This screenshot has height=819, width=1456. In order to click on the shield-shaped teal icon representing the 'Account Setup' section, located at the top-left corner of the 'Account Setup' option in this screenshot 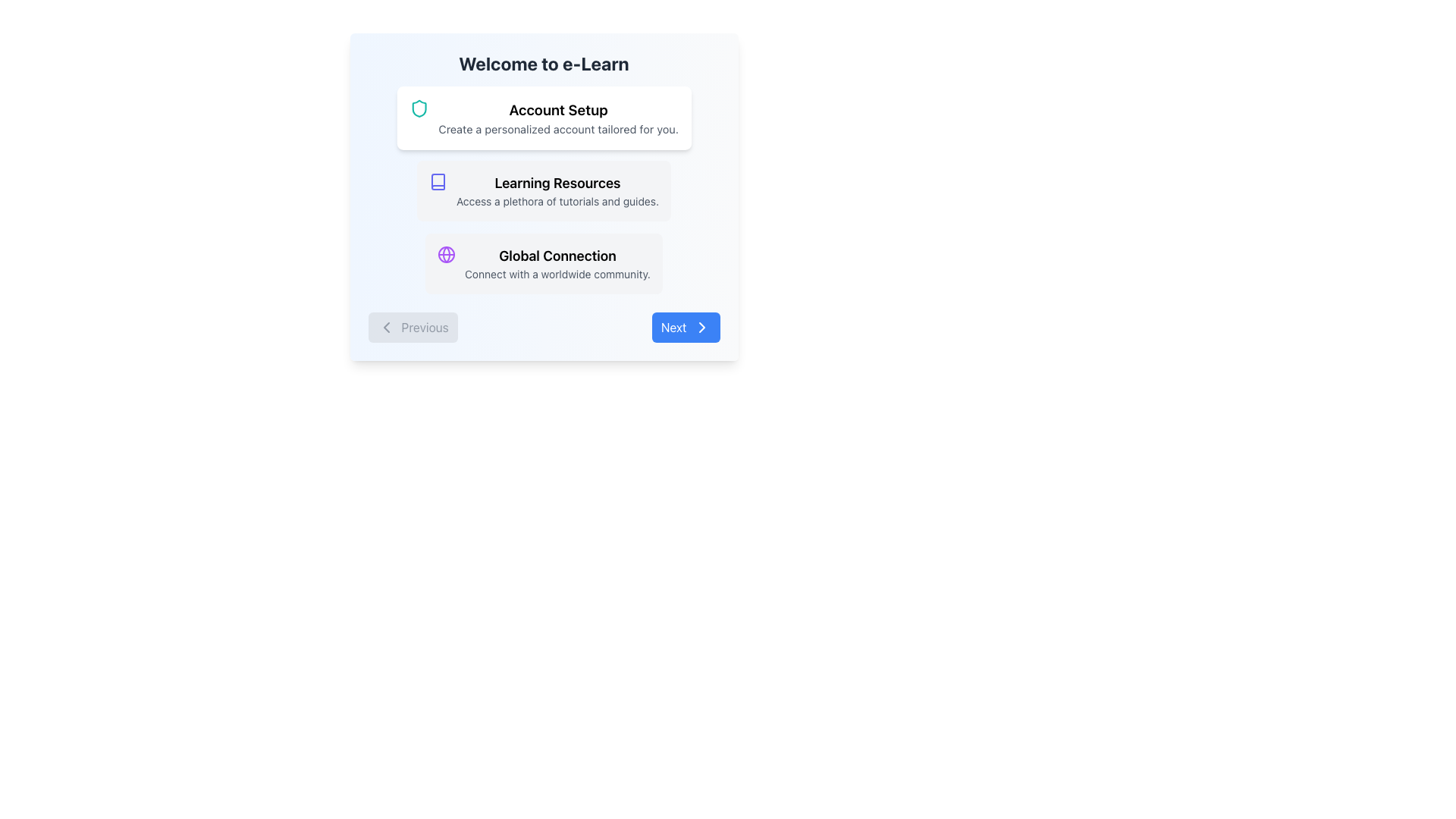, I will do `click(419, 108)`.